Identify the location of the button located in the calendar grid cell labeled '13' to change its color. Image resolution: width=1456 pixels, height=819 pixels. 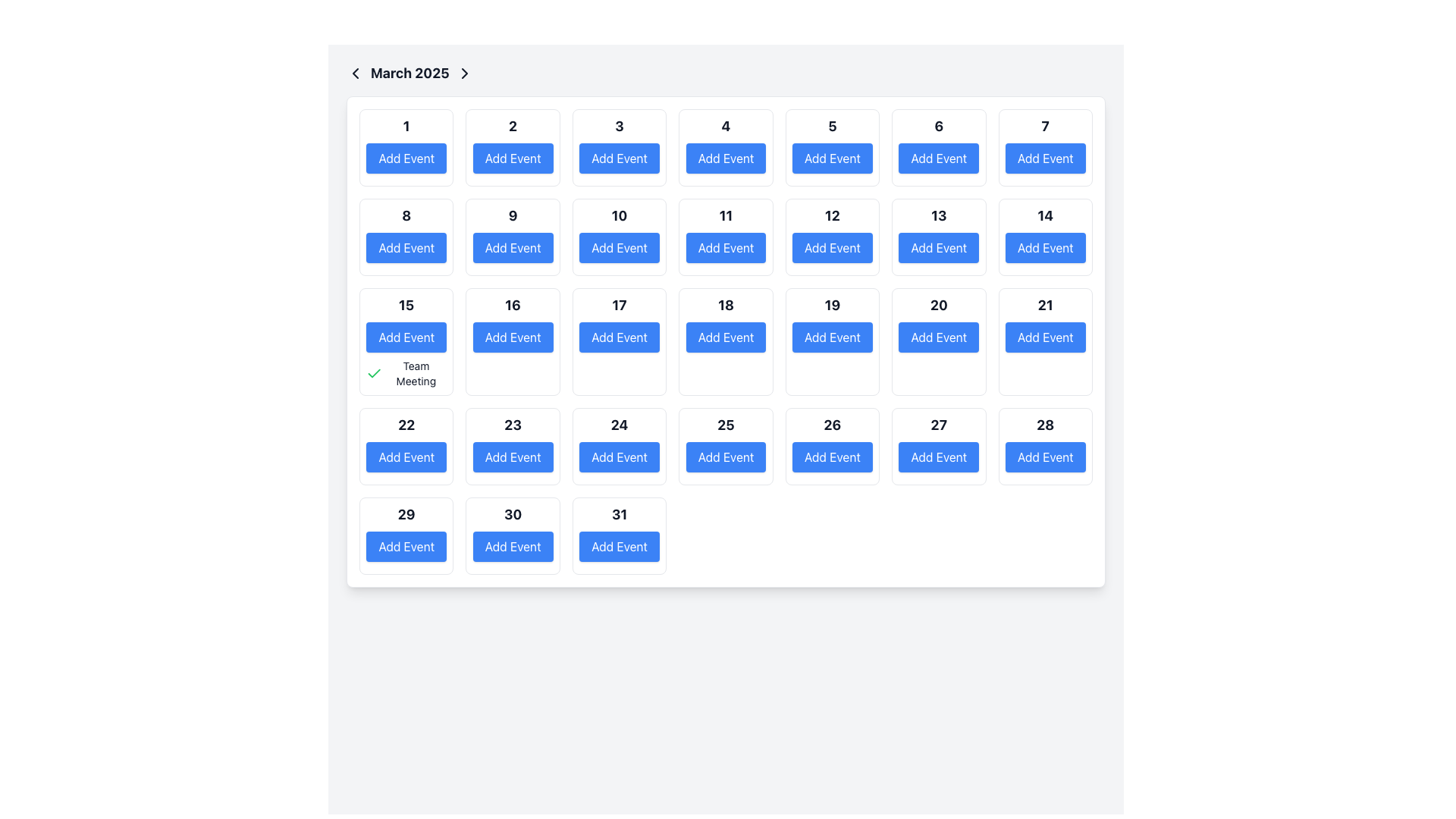
(938, 247).